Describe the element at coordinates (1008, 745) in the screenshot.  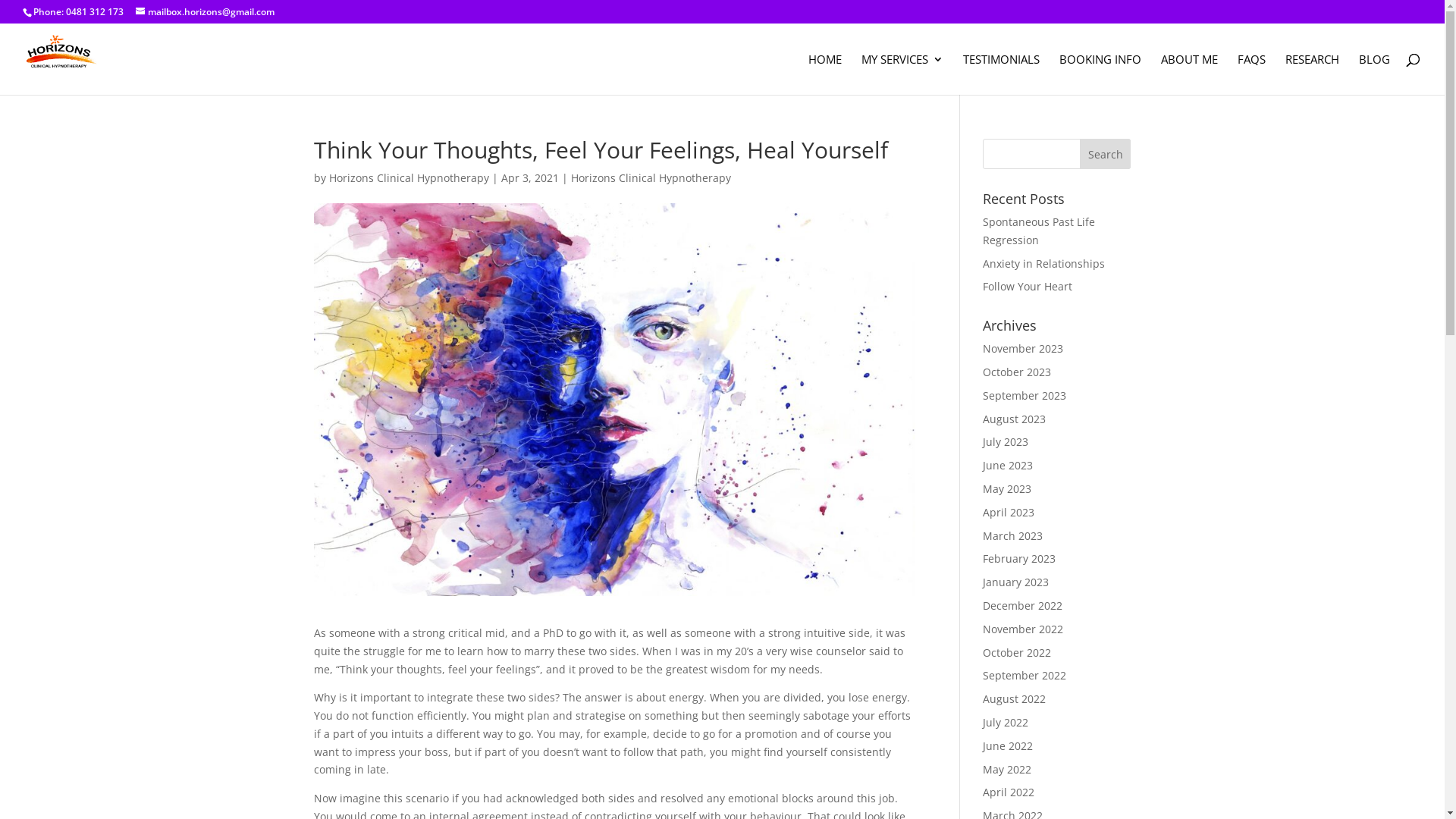
I see `'June 2022'` at that location.